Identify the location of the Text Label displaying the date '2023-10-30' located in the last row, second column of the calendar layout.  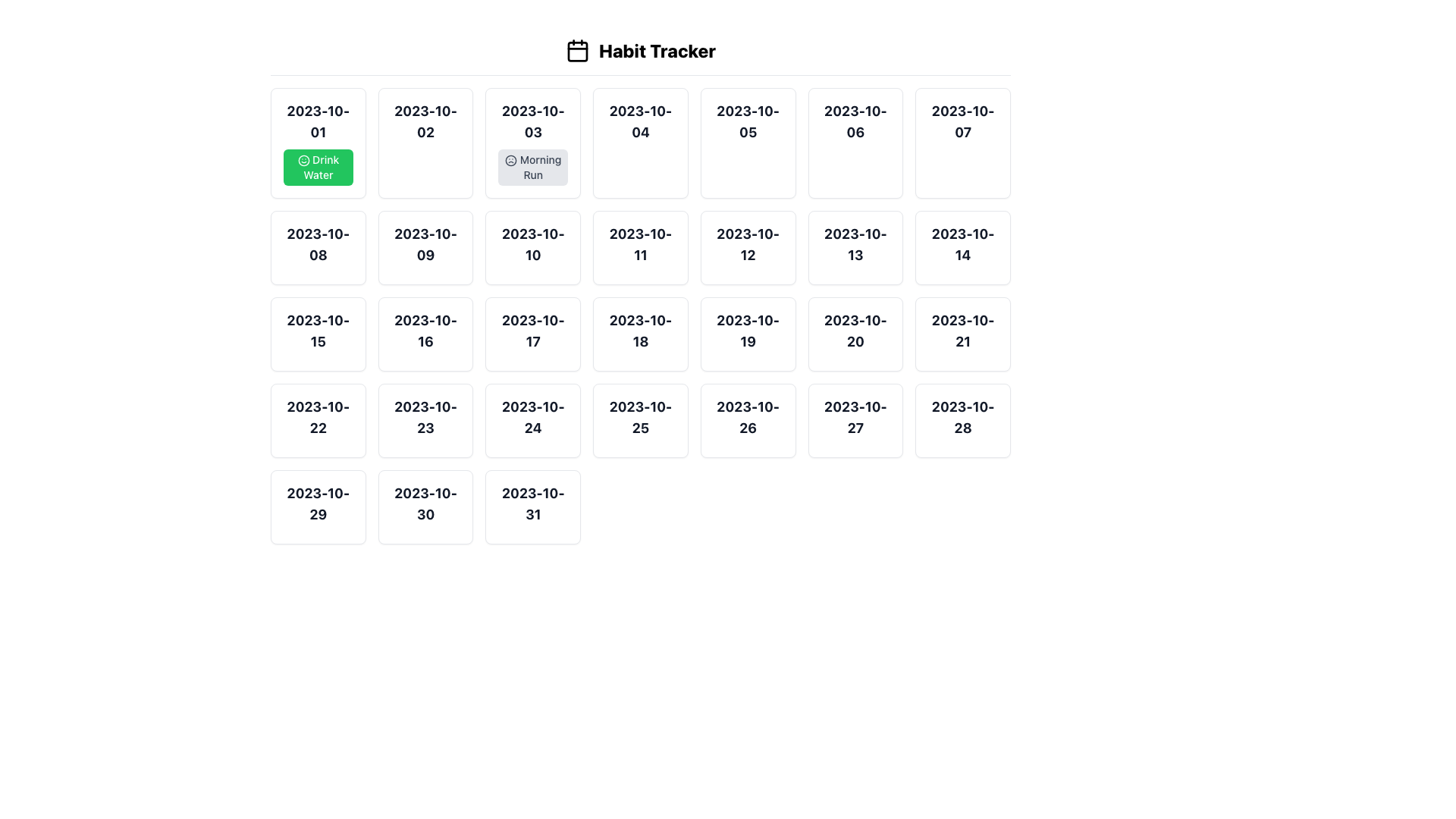
(425, 504).